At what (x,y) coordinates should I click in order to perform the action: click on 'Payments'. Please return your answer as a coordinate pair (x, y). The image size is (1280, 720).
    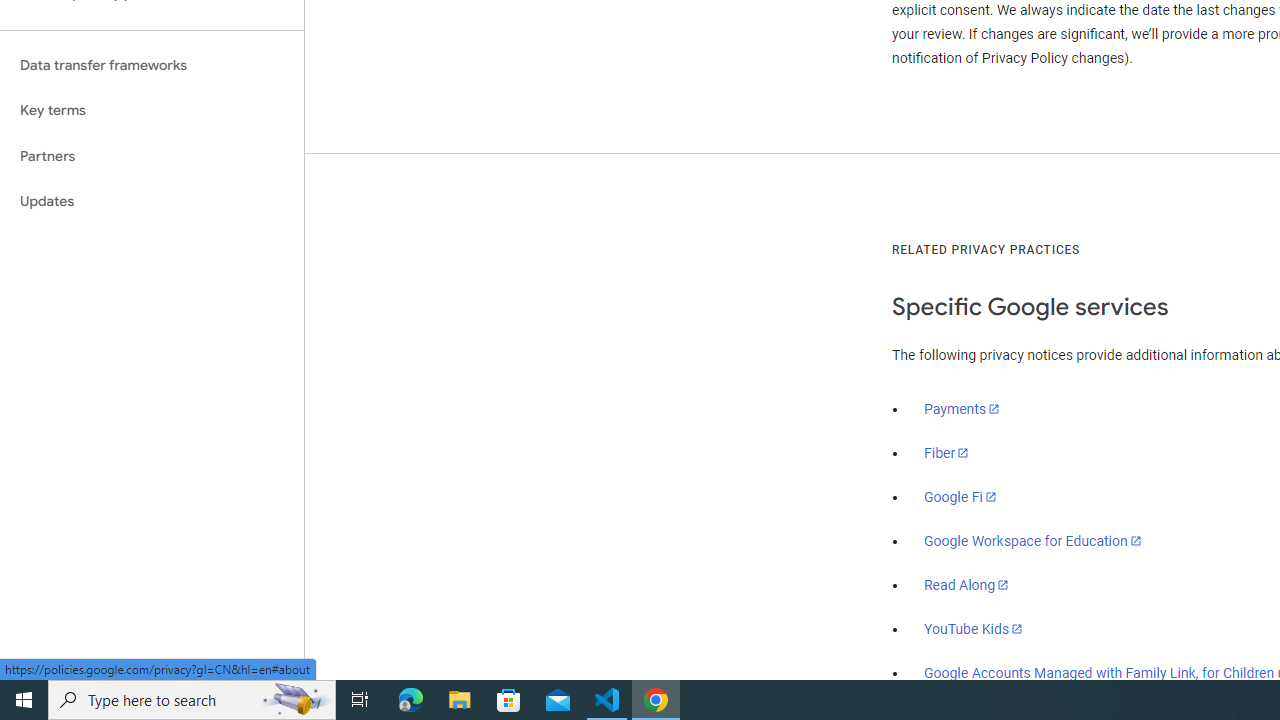
    Looking at the image, I should click on (962, 408).